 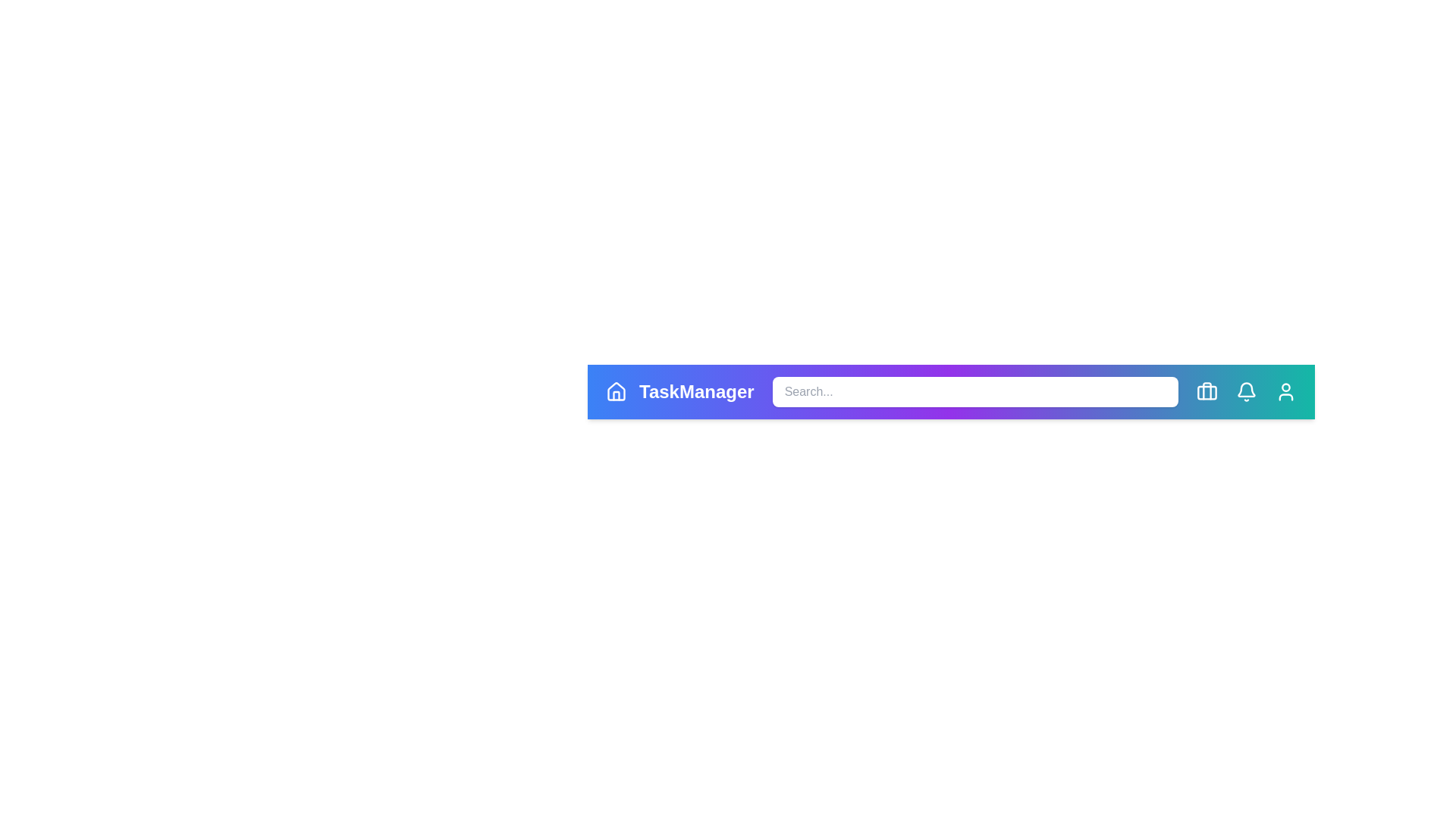 What do you see at coordinates (1246, 391) in the screenshot?
I see `the bell icon to view notifications` at bounding box center [1246, 391].